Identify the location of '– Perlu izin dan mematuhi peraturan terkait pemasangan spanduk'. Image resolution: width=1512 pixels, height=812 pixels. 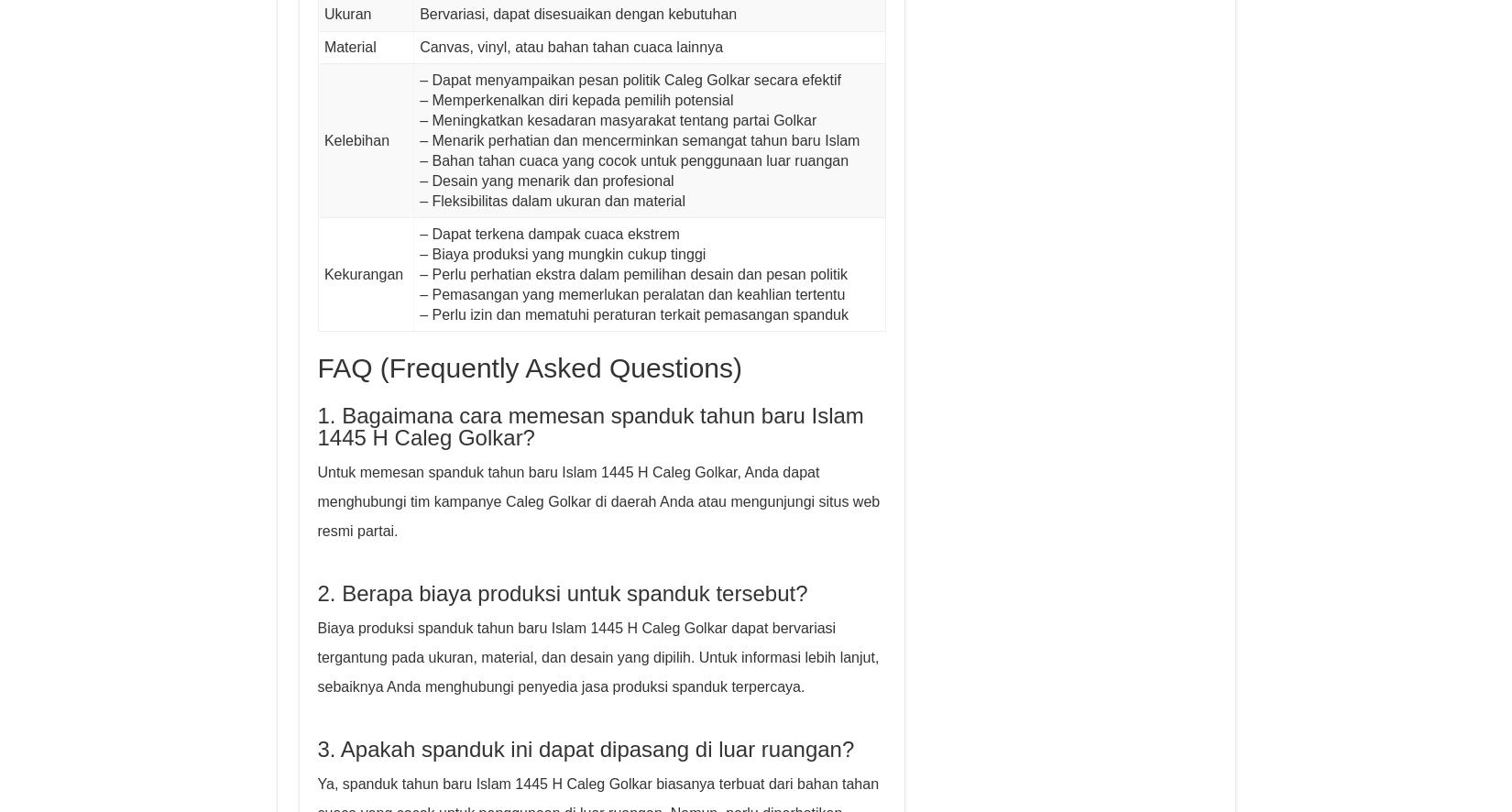
(633, 313).